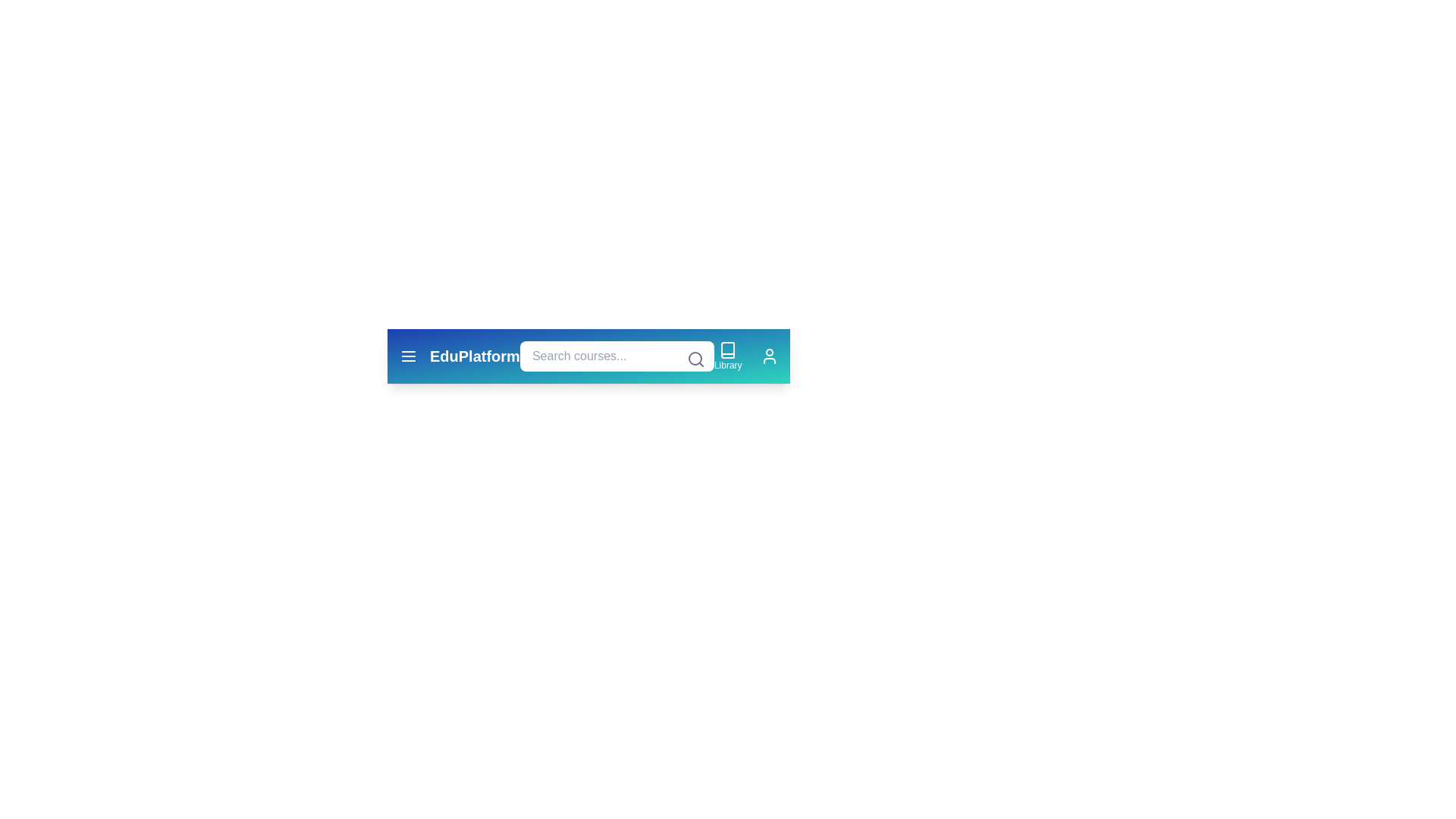 The image size is (1456, 819). Describe the element at coordinates (769, 356) in the screenshot. I see `the user icon to open the user profile or account settings` at that location.